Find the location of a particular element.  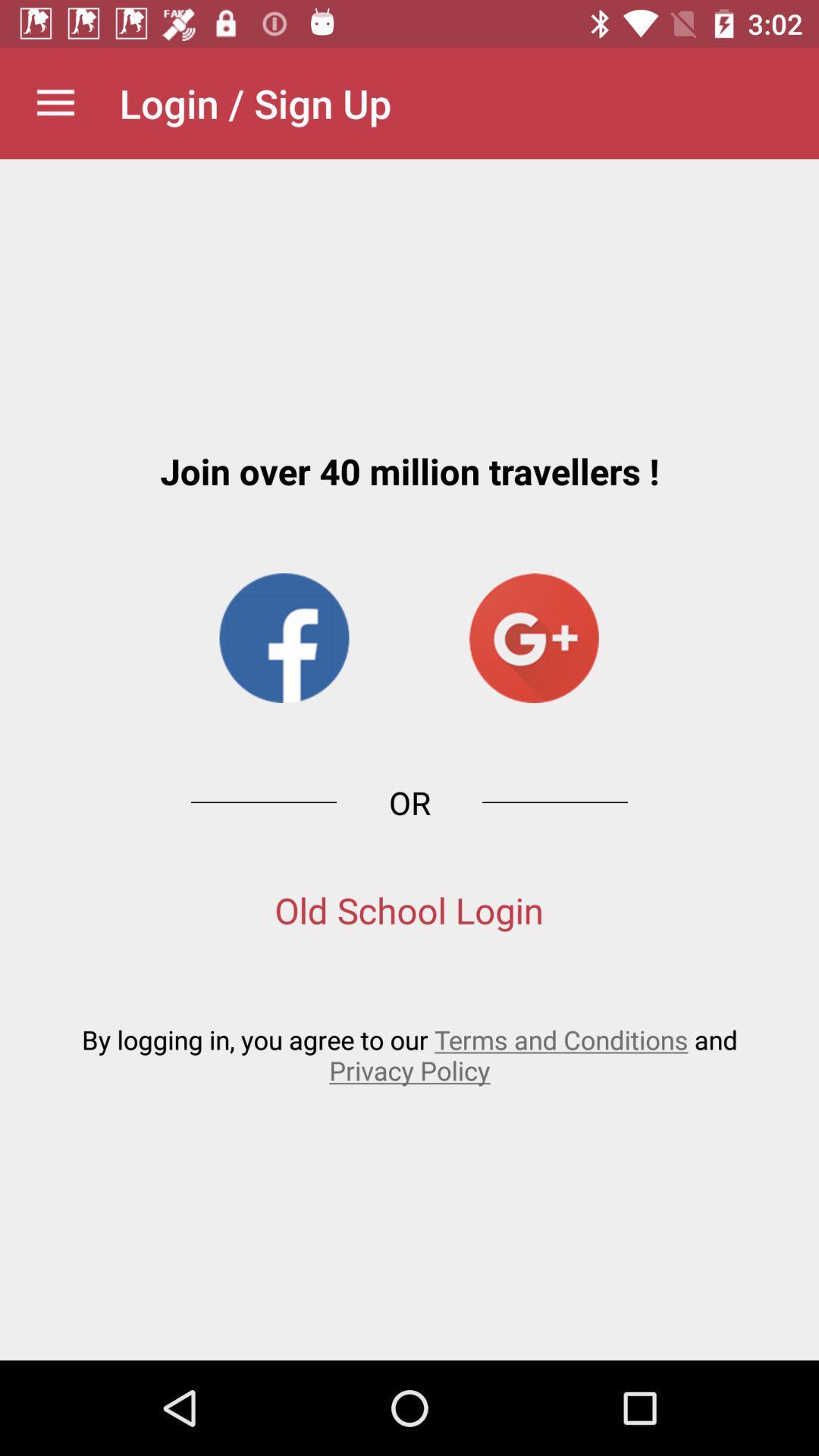

item above the or is located at coordinates (533, 638).